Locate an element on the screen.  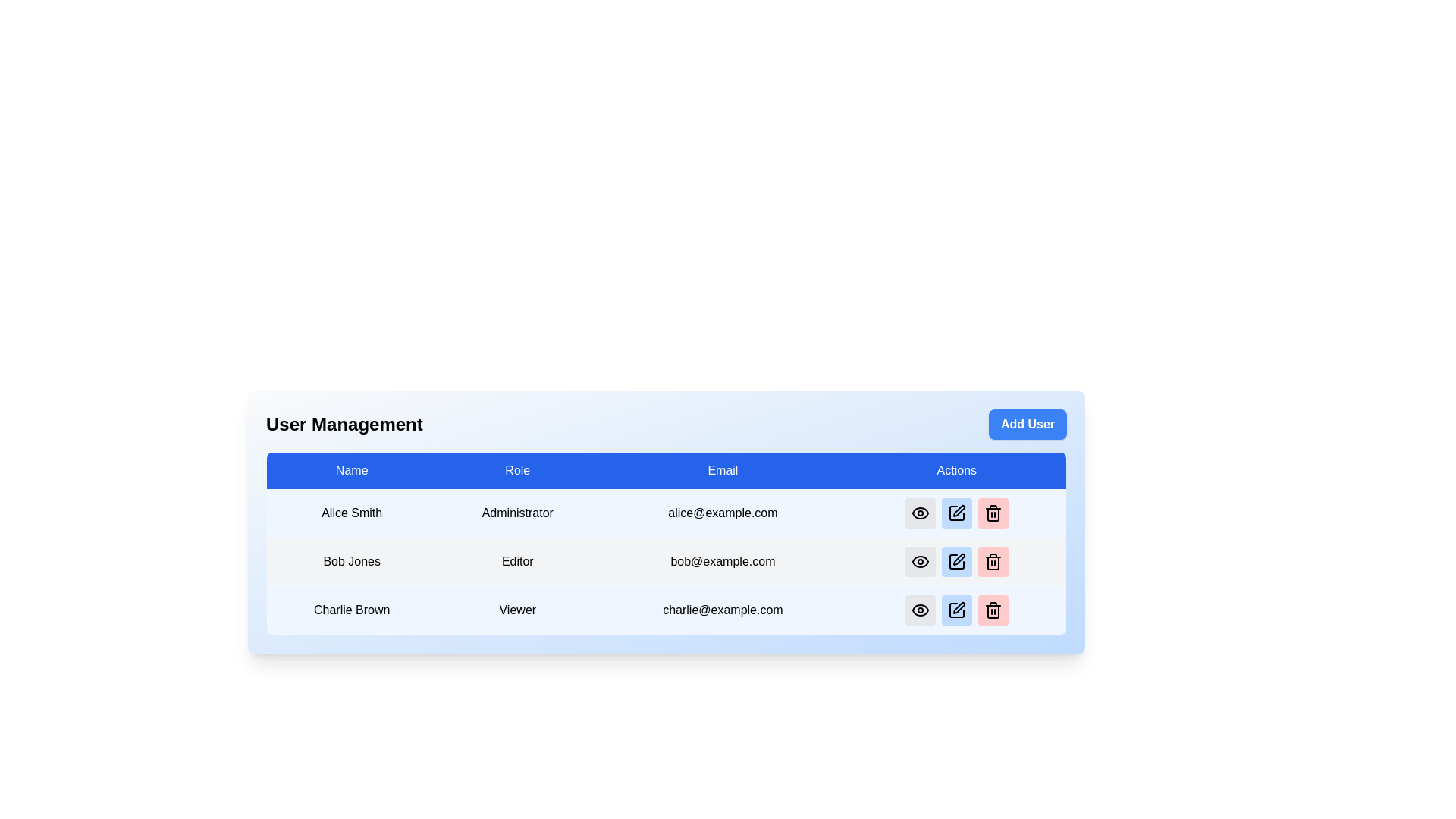
the text element displaying the email address of user Charlie Brown, located in the third row under the 'Email' column is located at coordinates (722, 610).